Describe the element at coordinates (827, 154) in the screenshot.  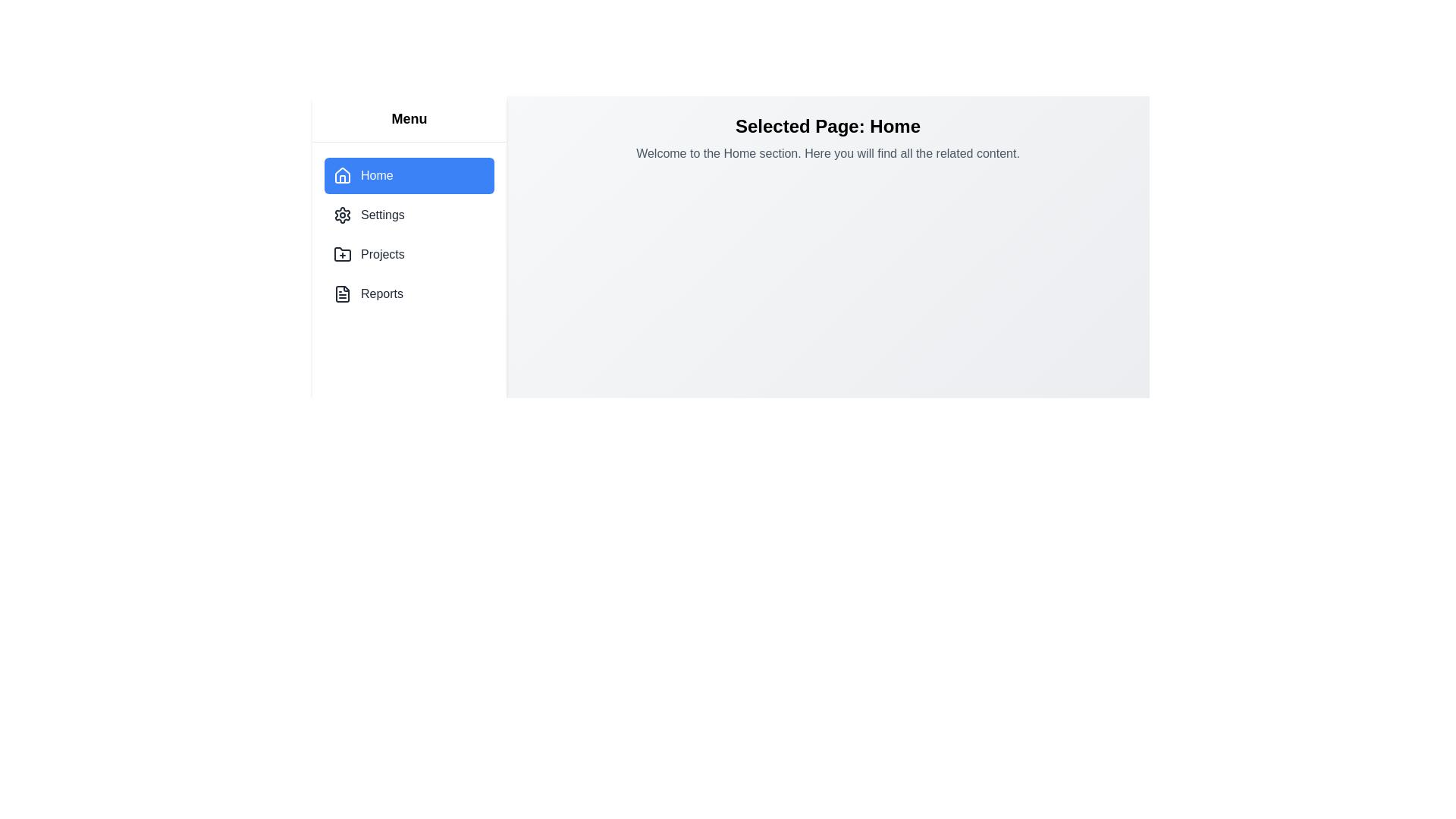
I see `the static text label that reads 'Welcome to the Home section. Here you will find all the related content.' which is positioned beneath the header 'Selected Page: Home'` at that location.